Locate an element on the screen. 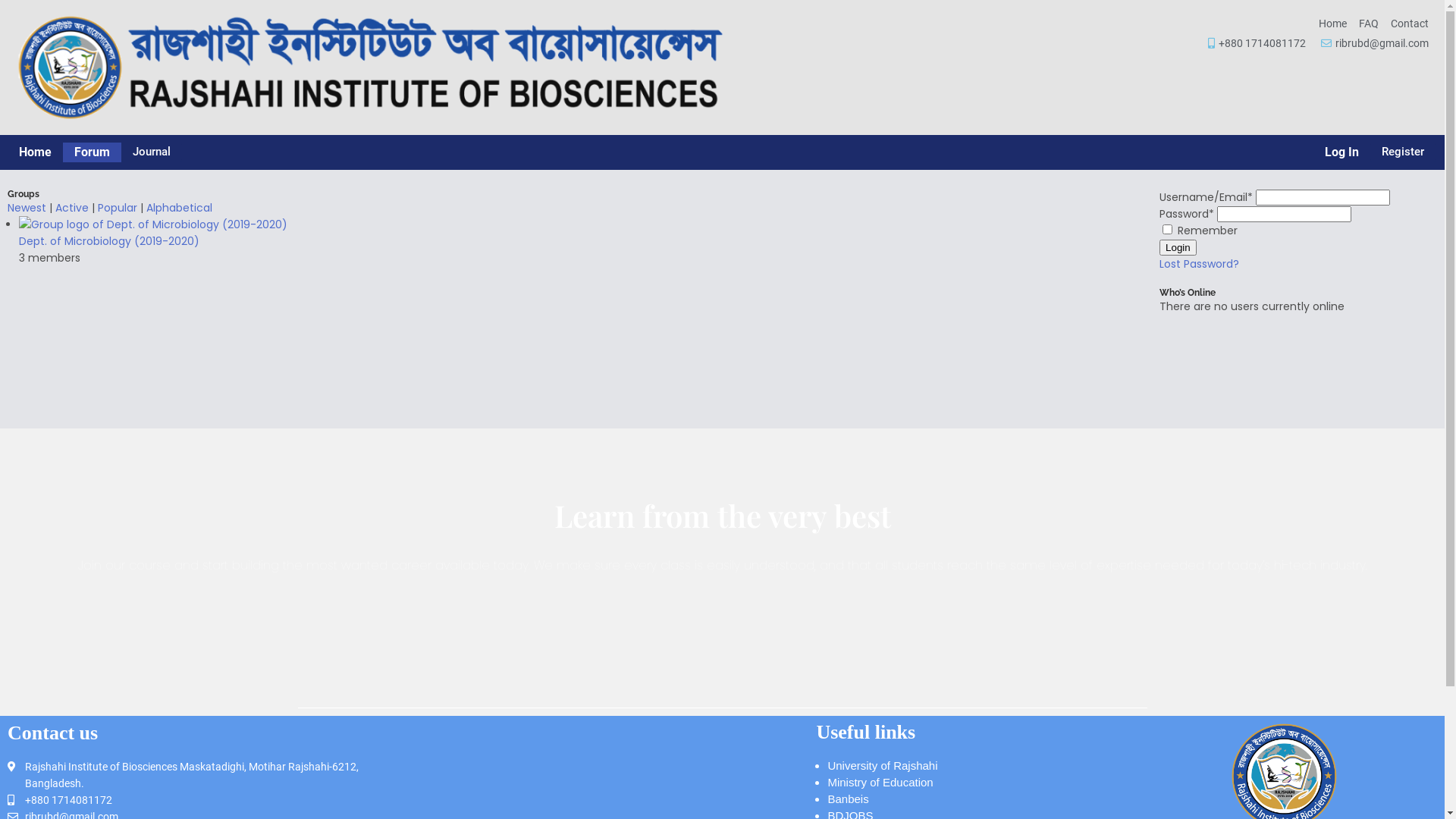 This screenshot has width=1456, height=819. 'Banbeis' is located at coordinates (847, 798).